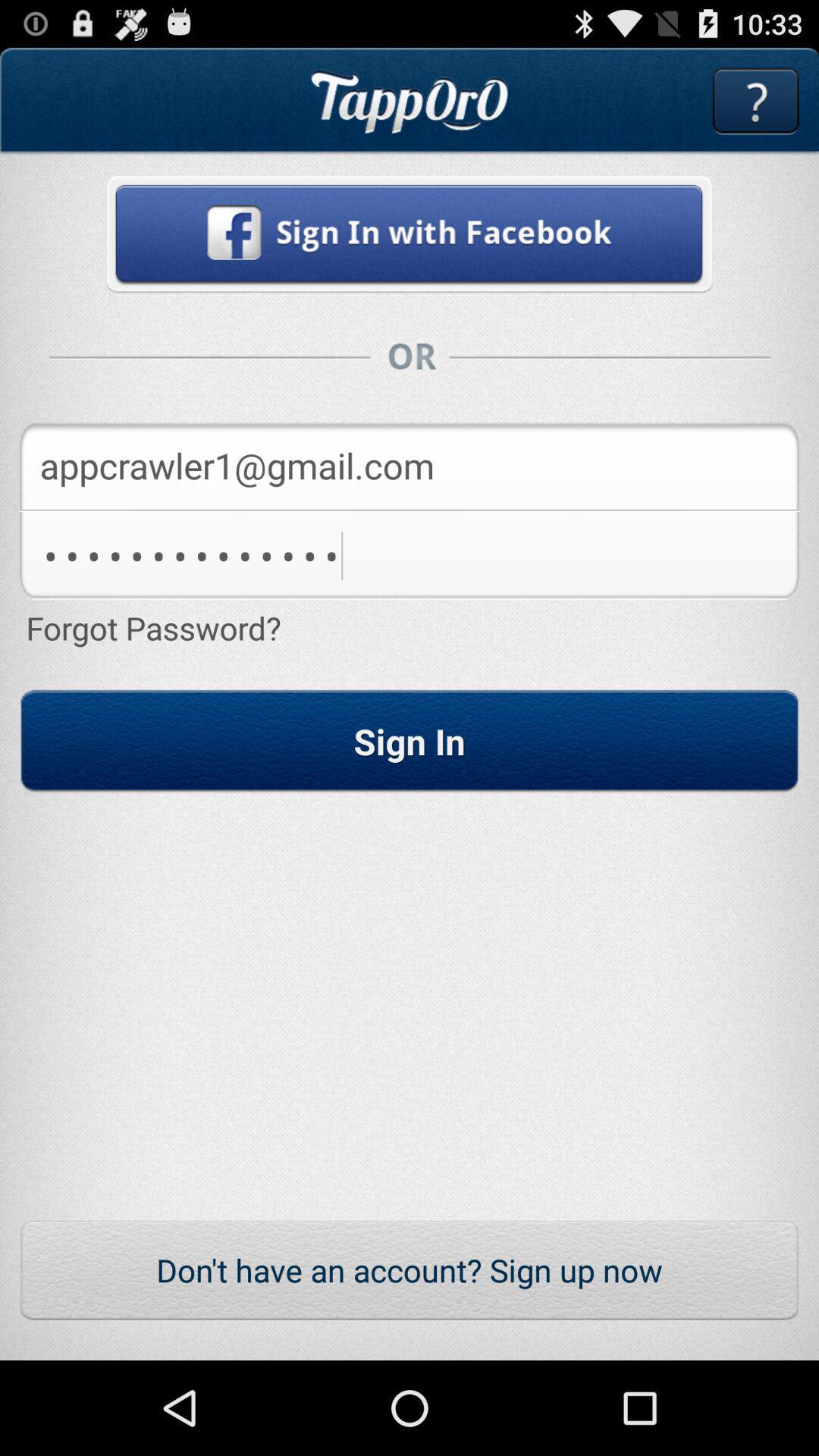 The height and width of the screenshot is (1456, 819). What do you see at coordinates (409, 233) in the screenshot?
I see `sign in to facebook account` at bounding box center [409, 233].